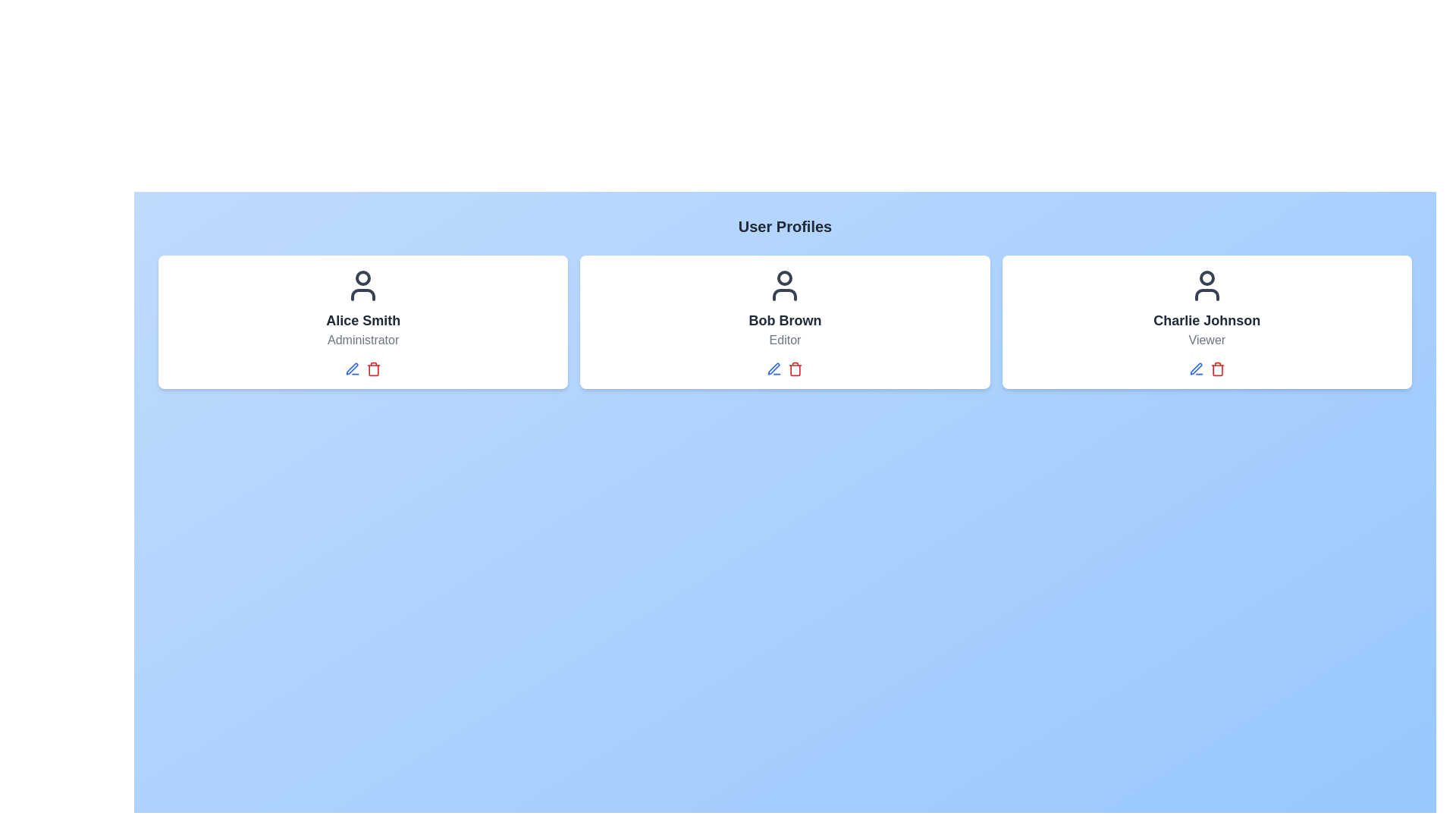 The height and width of the screenshot is (819, 1456). What do you see at coordinates (362, 339) in the screenshot?
I see `the 'Administrator' text label located beneath the name 'Alice Smith' in her profile section` at bounding box center [362, 339].